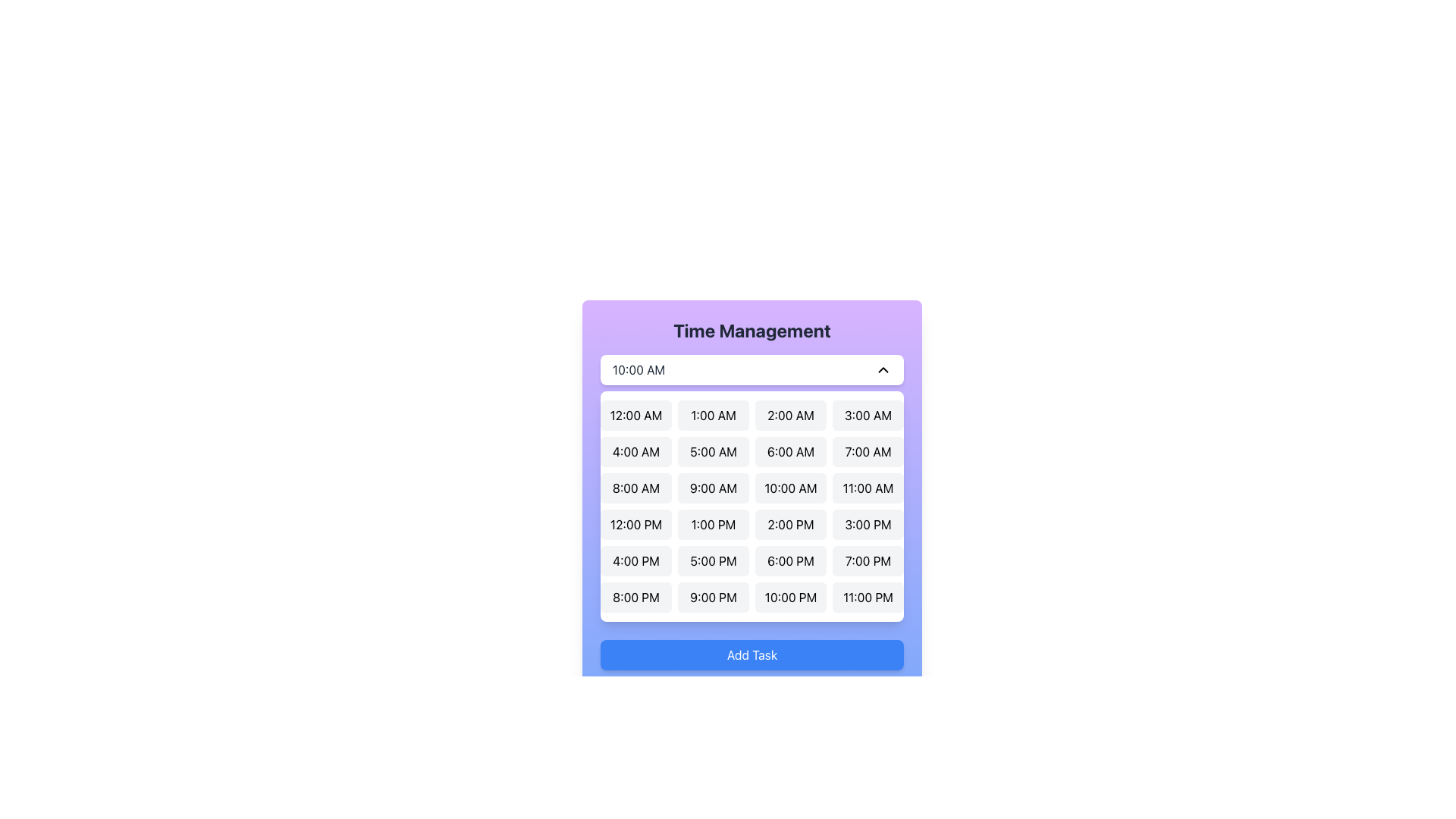 The width and height of the screenshot is (1456, 819). I want to click on the time selection button for 4:00 AM located in the second row and first column of the time management interface to indicate the hover state, so click(636, 451).